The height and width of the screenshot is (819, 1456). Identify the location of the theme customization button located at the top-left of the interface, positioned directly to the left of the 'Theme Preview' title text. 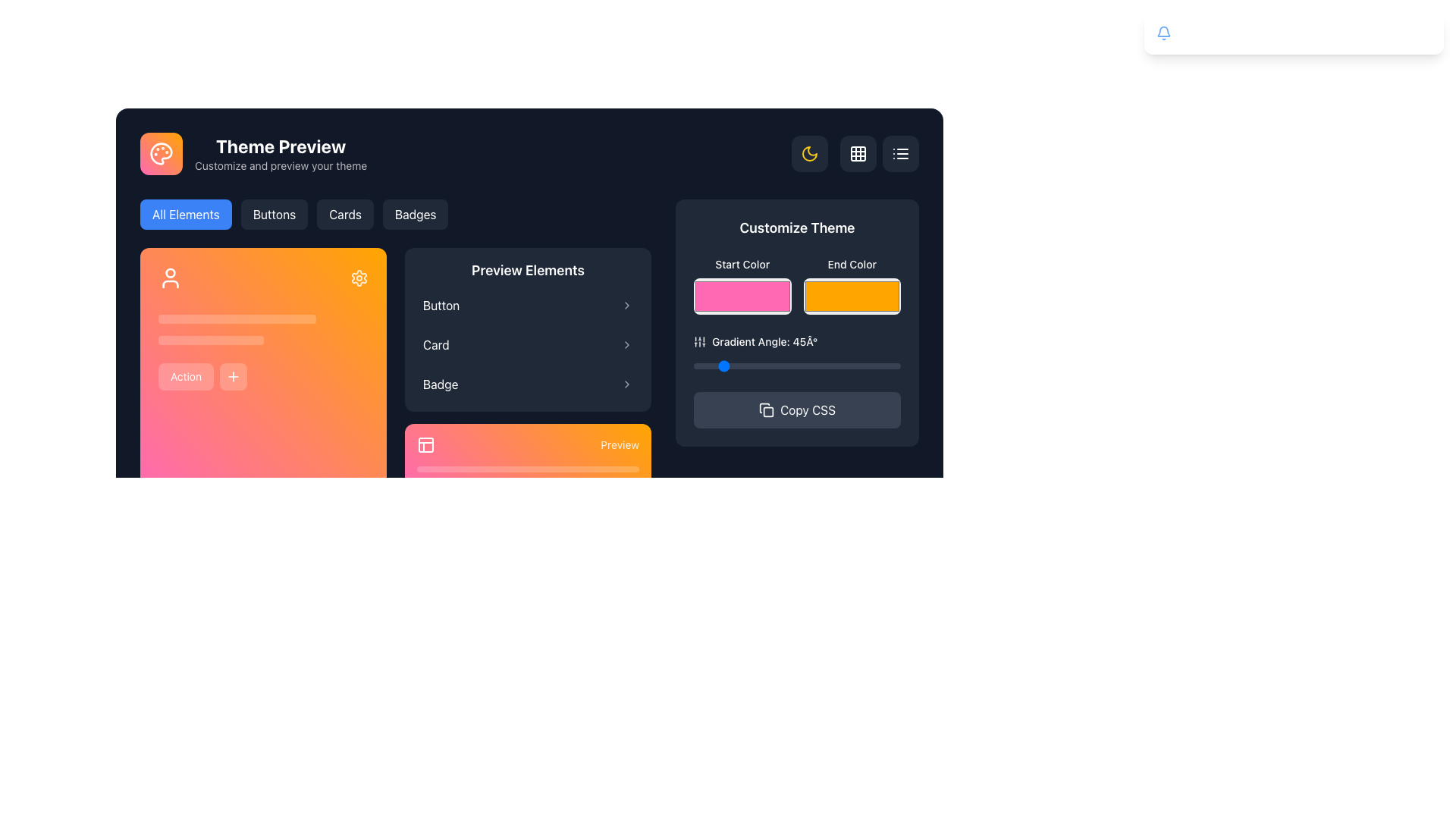
(161, 154).